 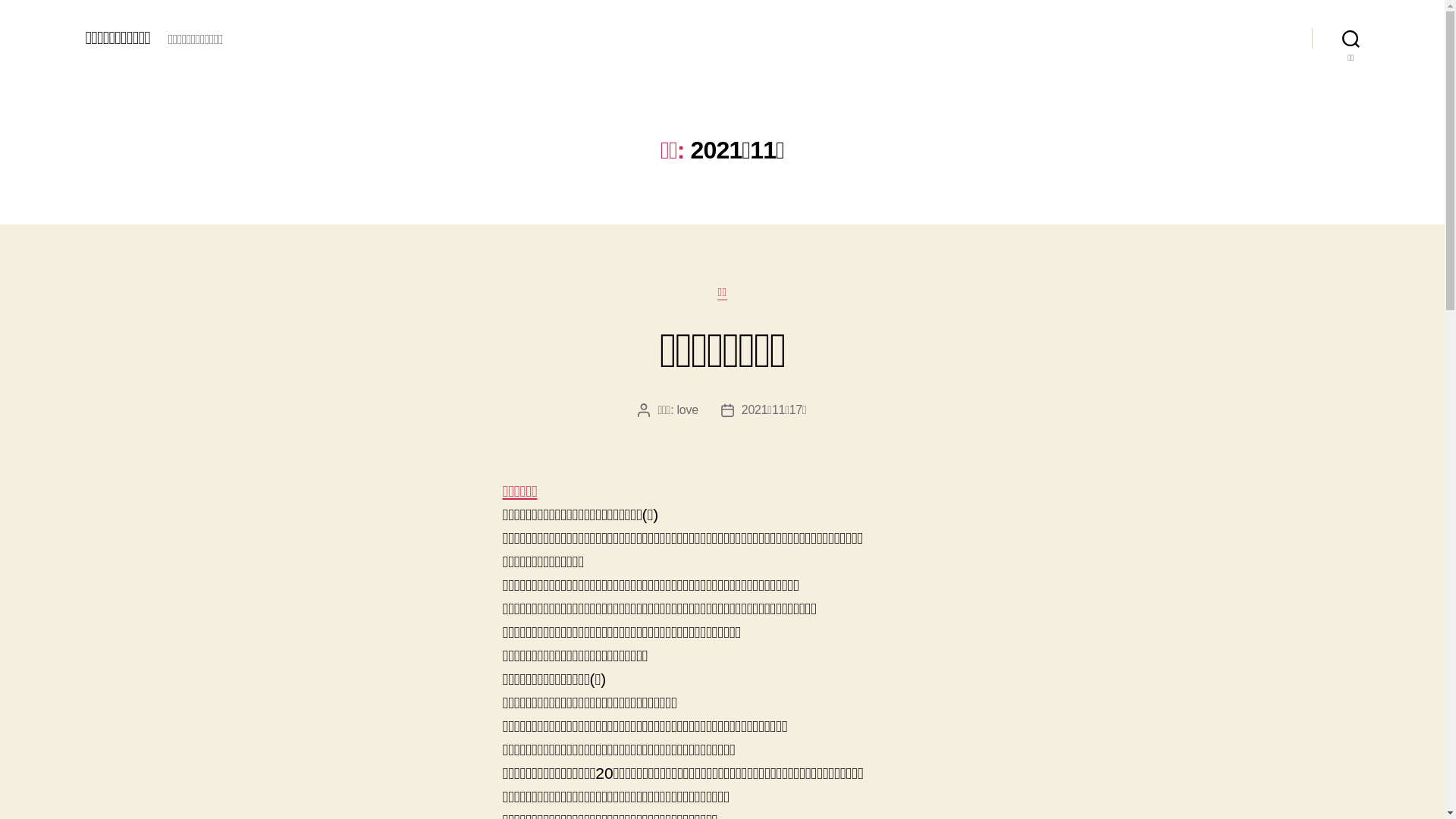 I want to click on 'love', so click(x=687, y=409).